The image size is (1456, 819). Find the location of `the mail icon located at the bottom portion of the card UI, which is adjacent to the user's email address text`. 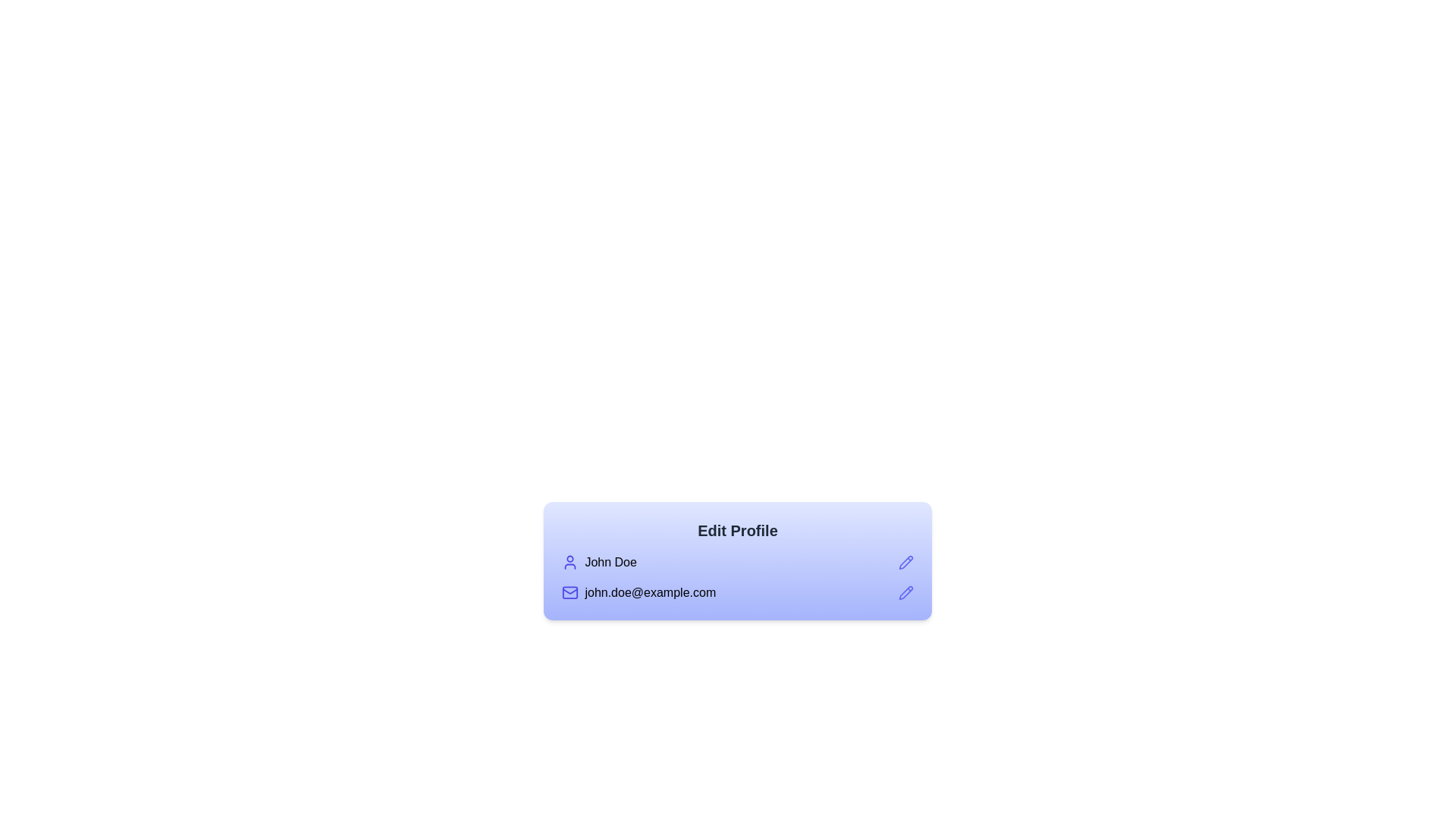

the mail icon located at the bottom portion of the card UI, which is adjacent to the user's email address text is located at coordinates (570, 590).